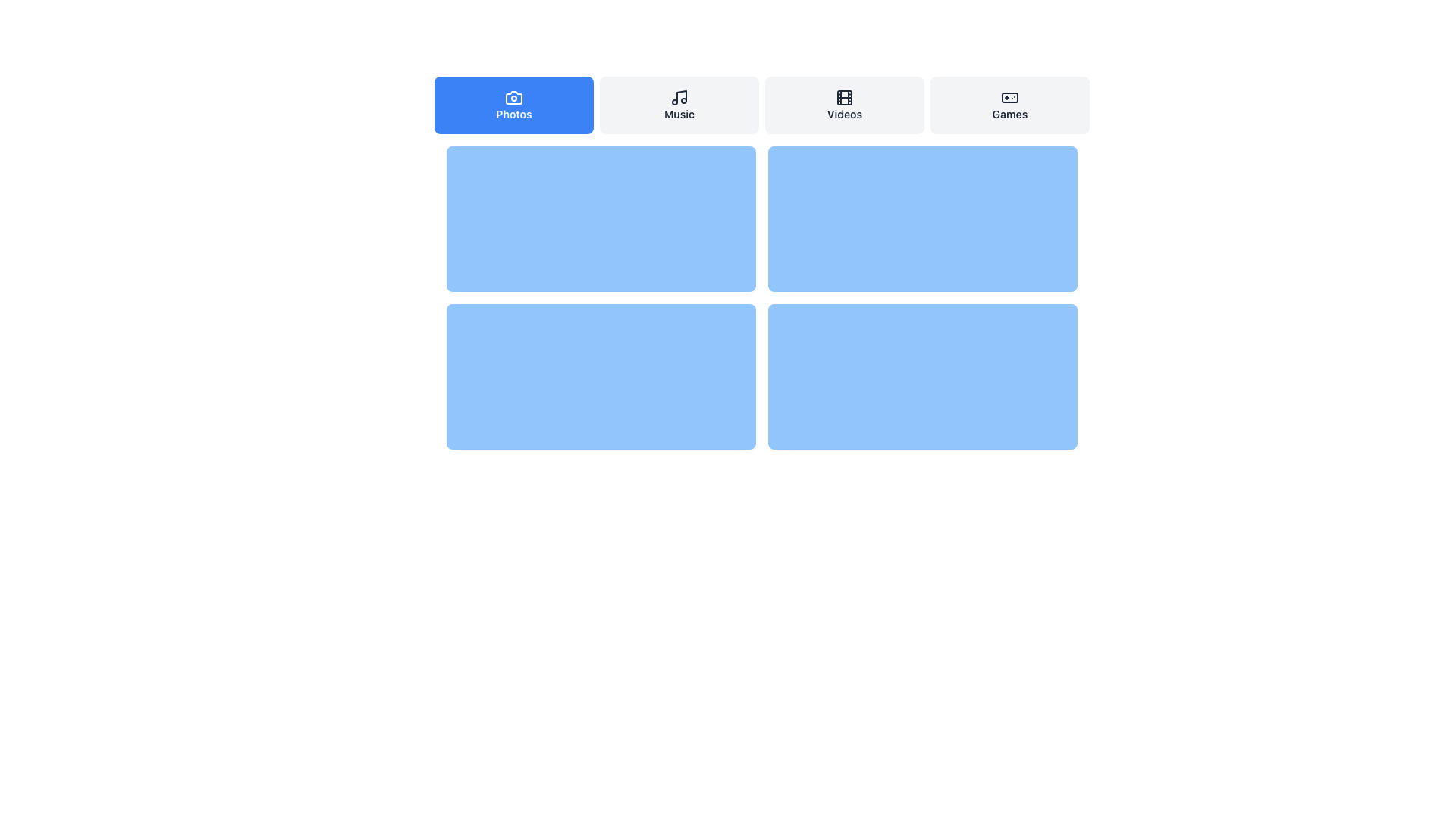 Image resolution: width=1456 pixels, height=819 pixels. I want to click on the rectangular graphical component with rounded corners and a dark outline, located within the filmstrip icon above the 'Videos' label in the second column of the top menu, so click(843, 97).